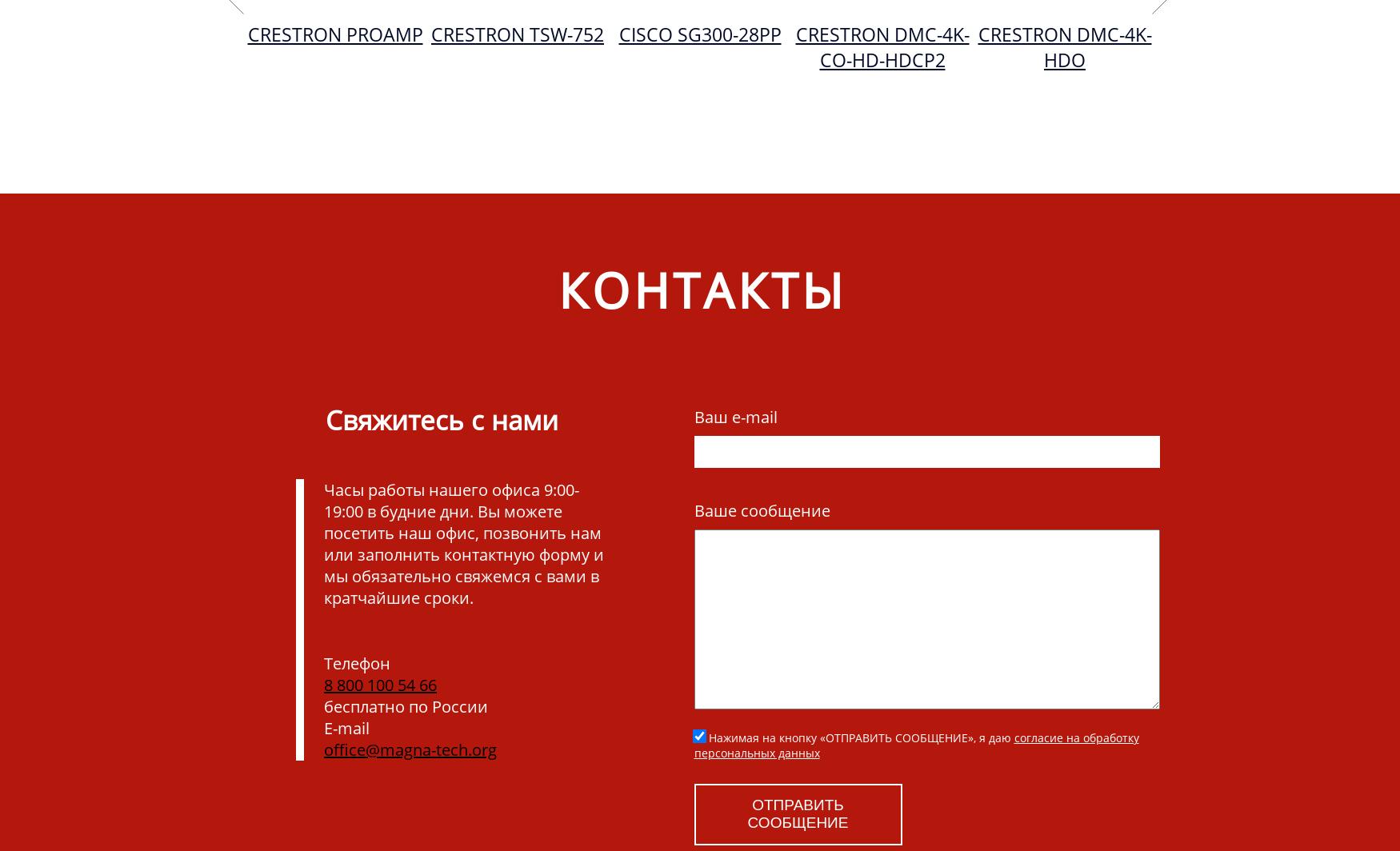 The width and height of the screenshot is (1400, 851). I want to click on 'office@magna-tech.org', so click(409, 749).